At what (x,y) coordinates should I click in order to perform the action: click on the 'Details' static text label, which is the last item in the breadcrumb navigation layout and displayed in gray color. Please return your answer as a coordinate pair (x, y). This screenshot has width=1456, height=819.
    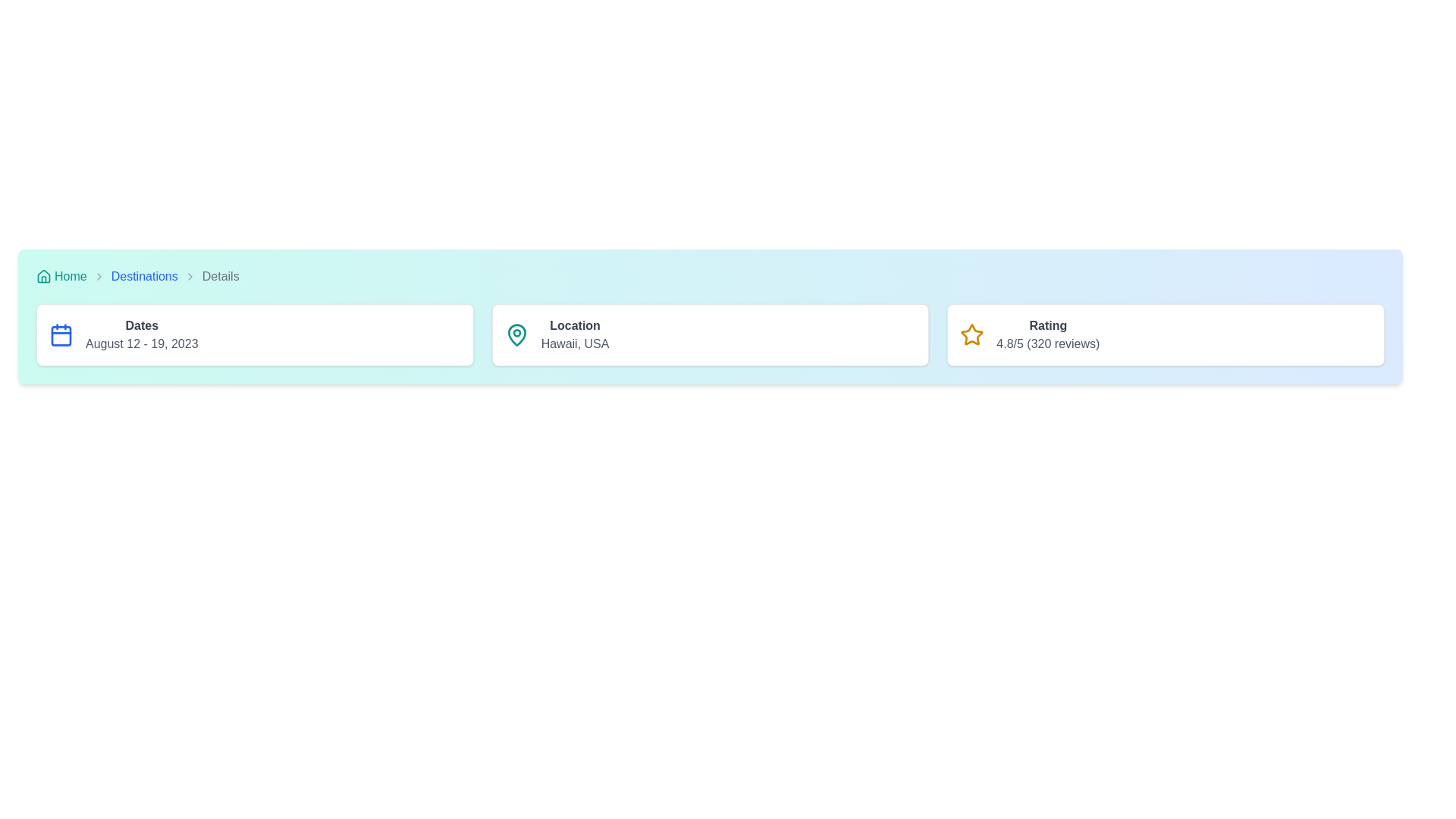
    Looking at the image, I should click on (220, 277).